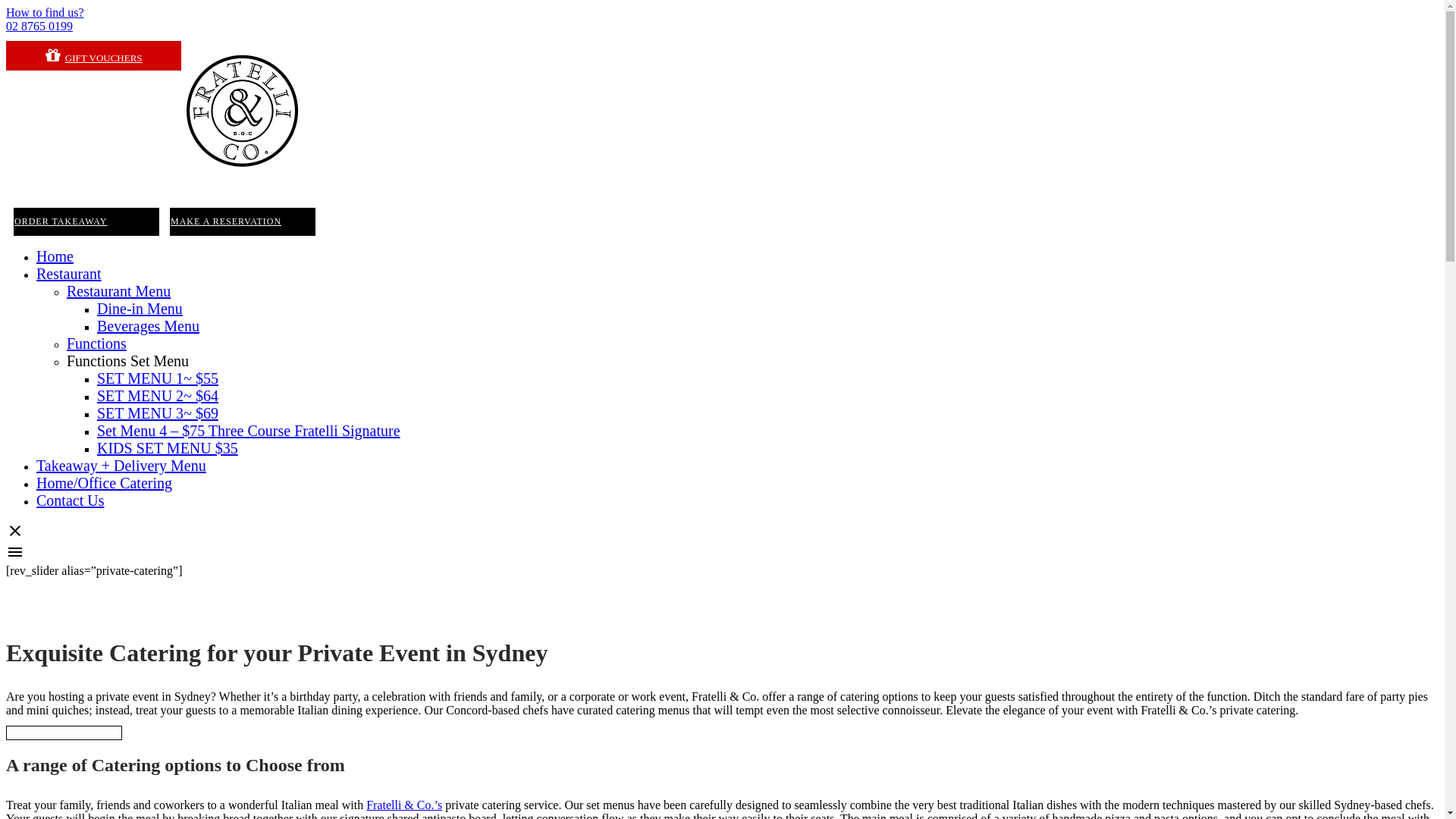 This screenshot has height=819, width=1456. I want to click on 'Takeaway + Delivery Menu', so click(120, 464).